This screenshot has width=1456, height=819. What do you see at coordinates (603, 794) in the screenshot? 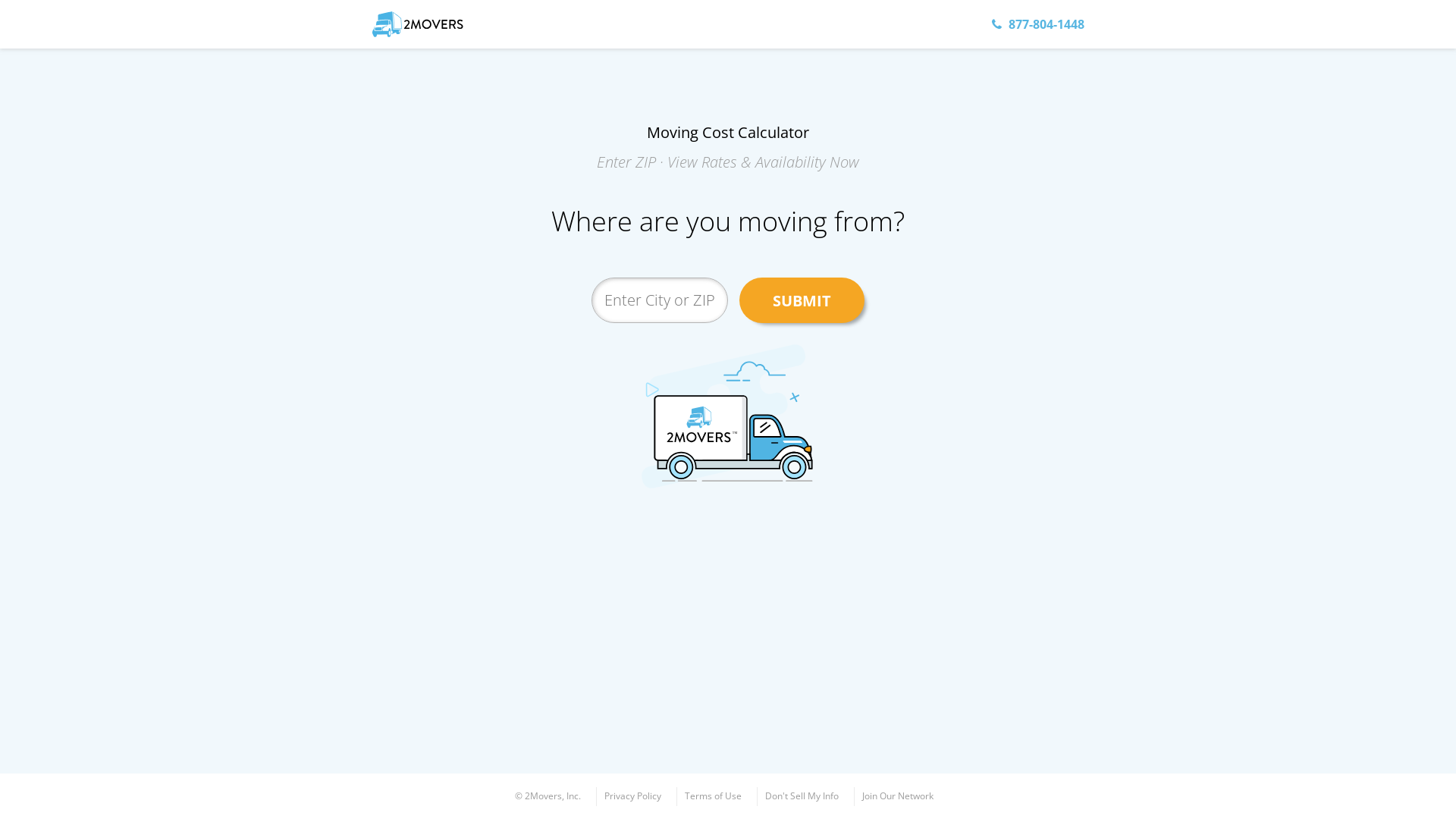
I see `'Privacy Policy'` at bounding box center [603, 794].